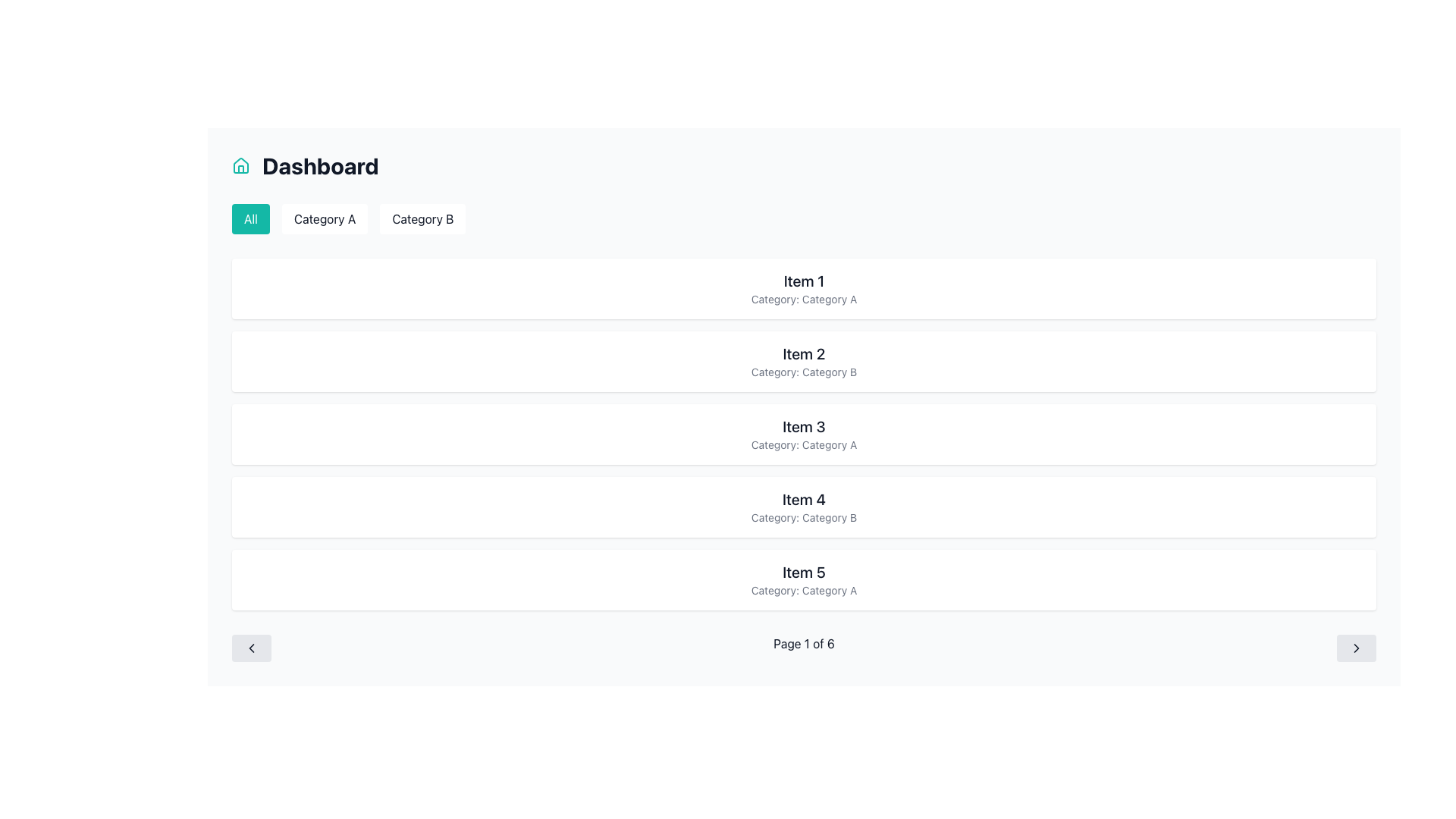 The width and height of the screenshot is (1456, 819). Describe the element at coordinates (803, 372) in the screenshot. I see `the text label that displays 'Category: Category B', which is located below the title 'Item 2' in the second card of the central section of the page` at that location.